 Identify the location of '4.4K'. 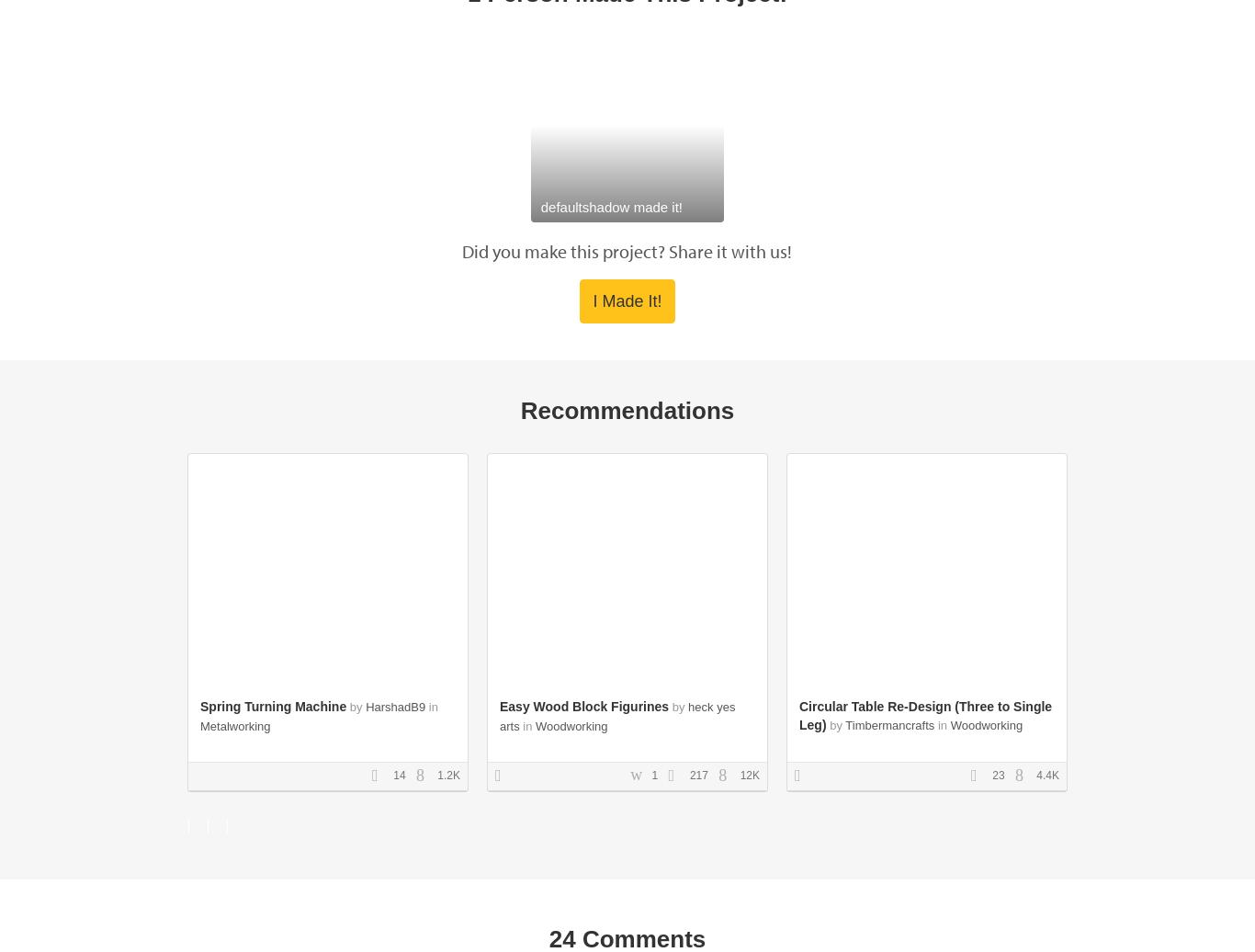
(1031, 774).